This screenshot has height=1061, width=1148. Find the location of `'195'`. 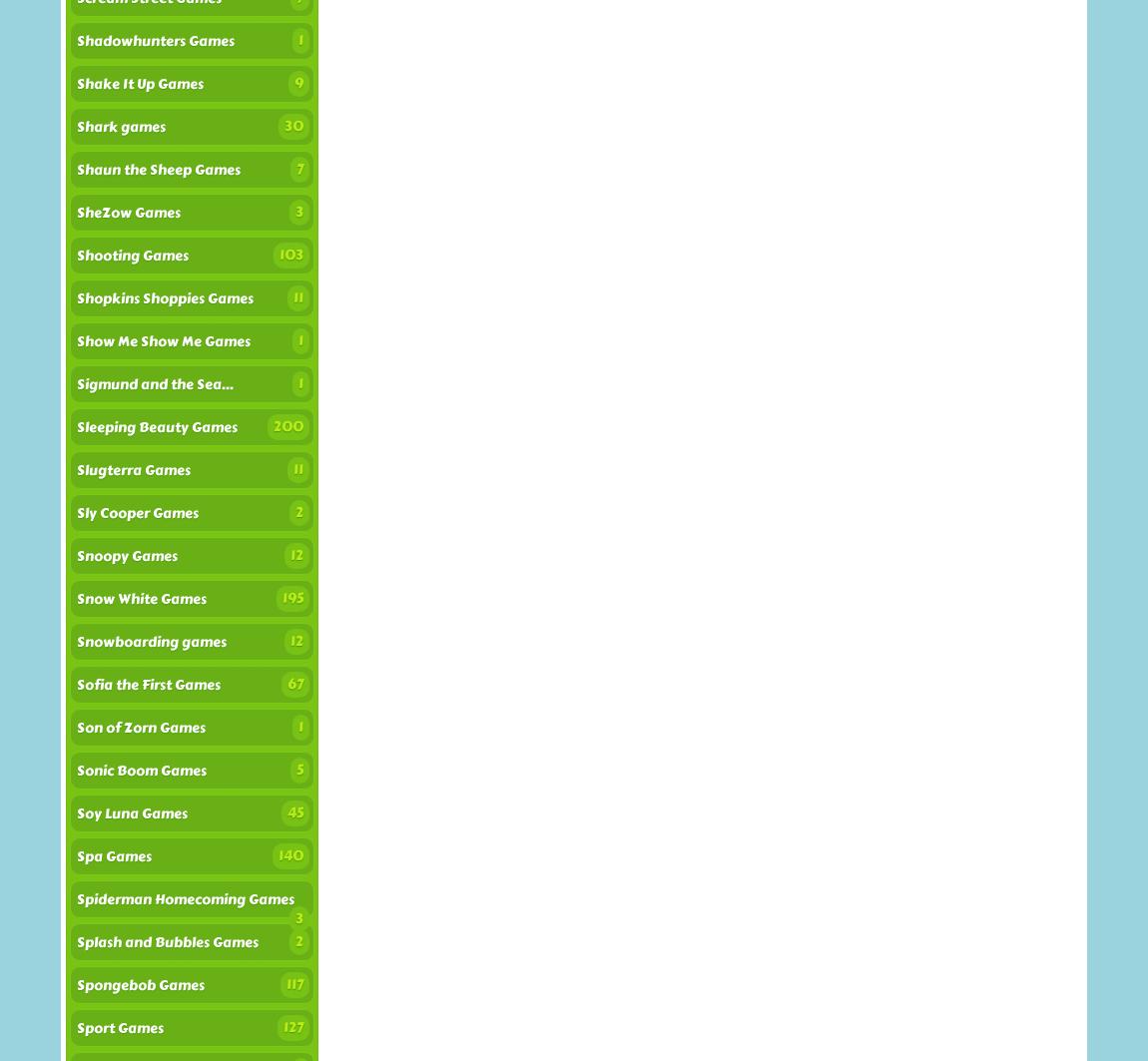

'195' is located at coordinates (292, 597).